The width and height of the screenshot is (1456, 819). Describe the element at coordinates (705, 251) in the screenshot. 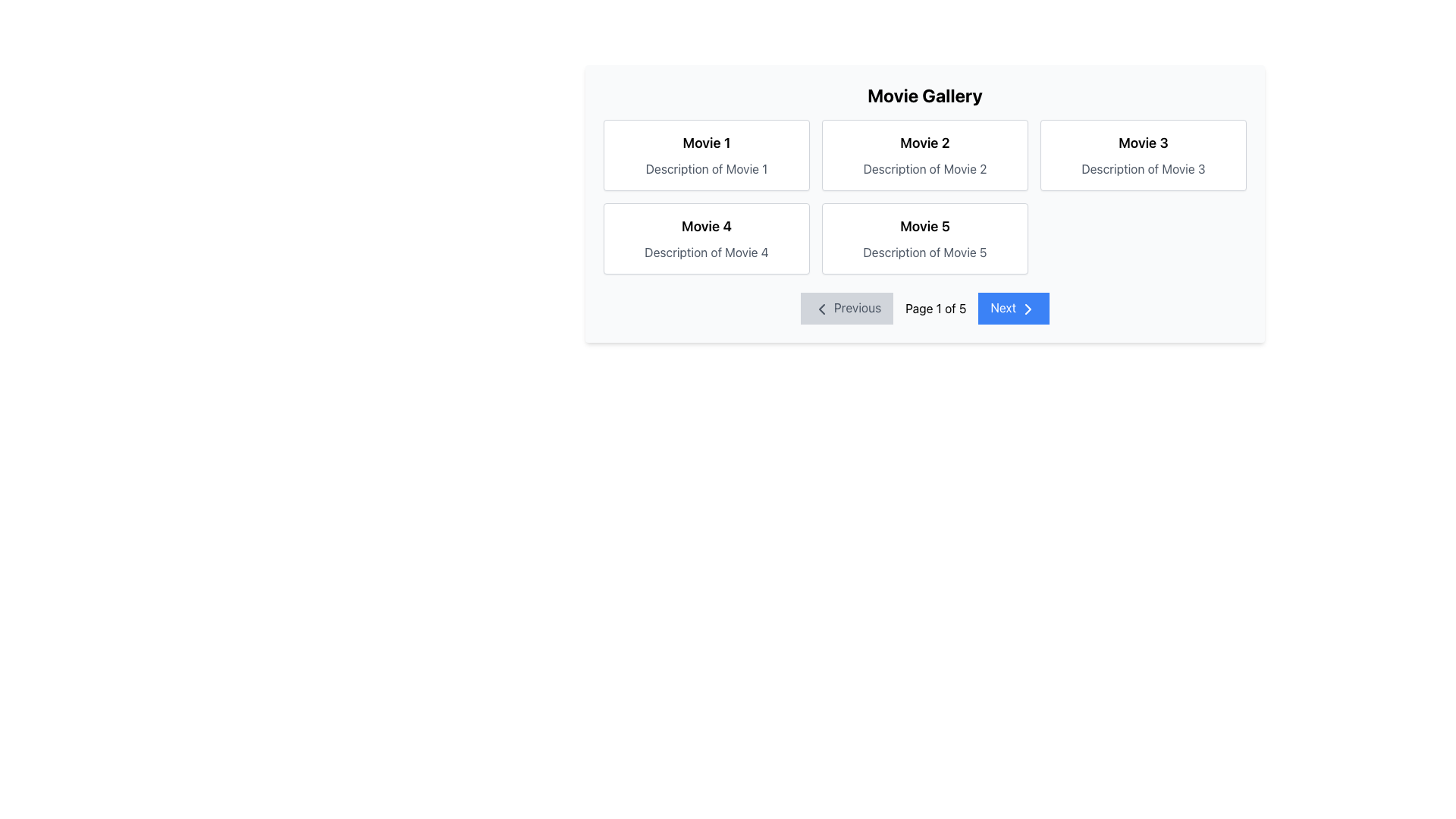

I see `grey text 'Description of Movie 4' which is located beneath the bold title 'Movie 4' within the white card in the bottom-left cell of a 2x3 grid layout` at that location.